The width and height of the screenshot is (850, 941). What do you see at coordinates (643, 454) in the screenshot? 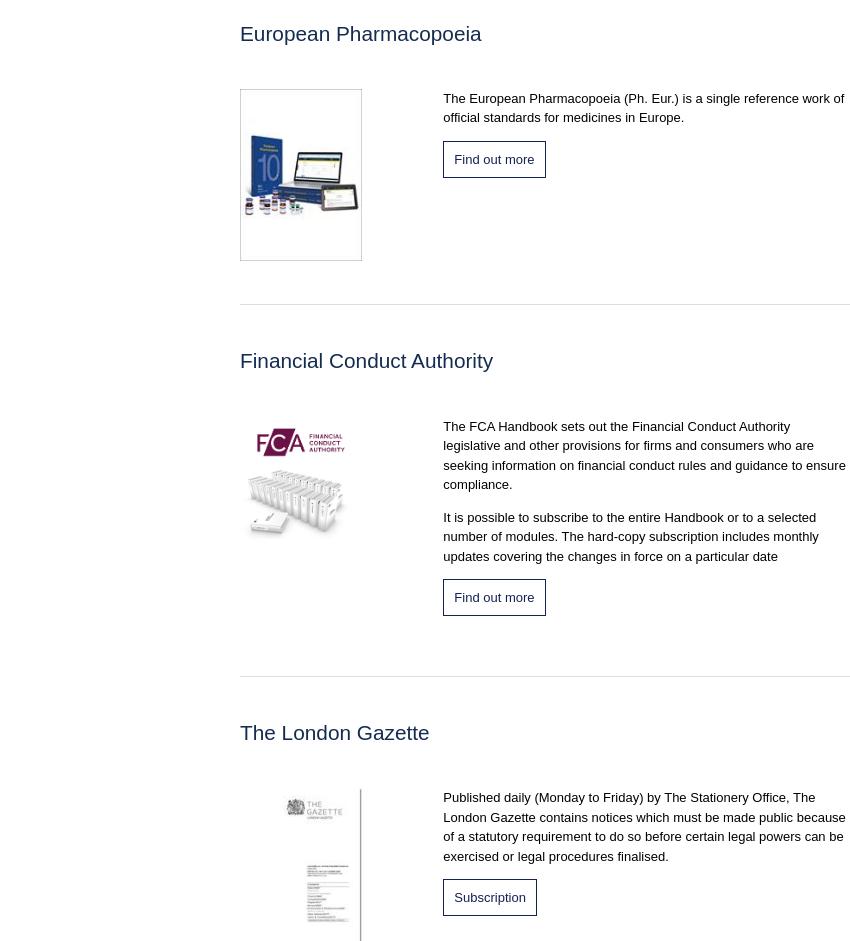
I see `'The FCA Handbook sets out the Financial Conduct Authority
				  legislative and other provisions for firms and consumers who are seeking
				  information on financial conduct rules and guidance to ensure compliance.'` at bounding box center [643, 454].